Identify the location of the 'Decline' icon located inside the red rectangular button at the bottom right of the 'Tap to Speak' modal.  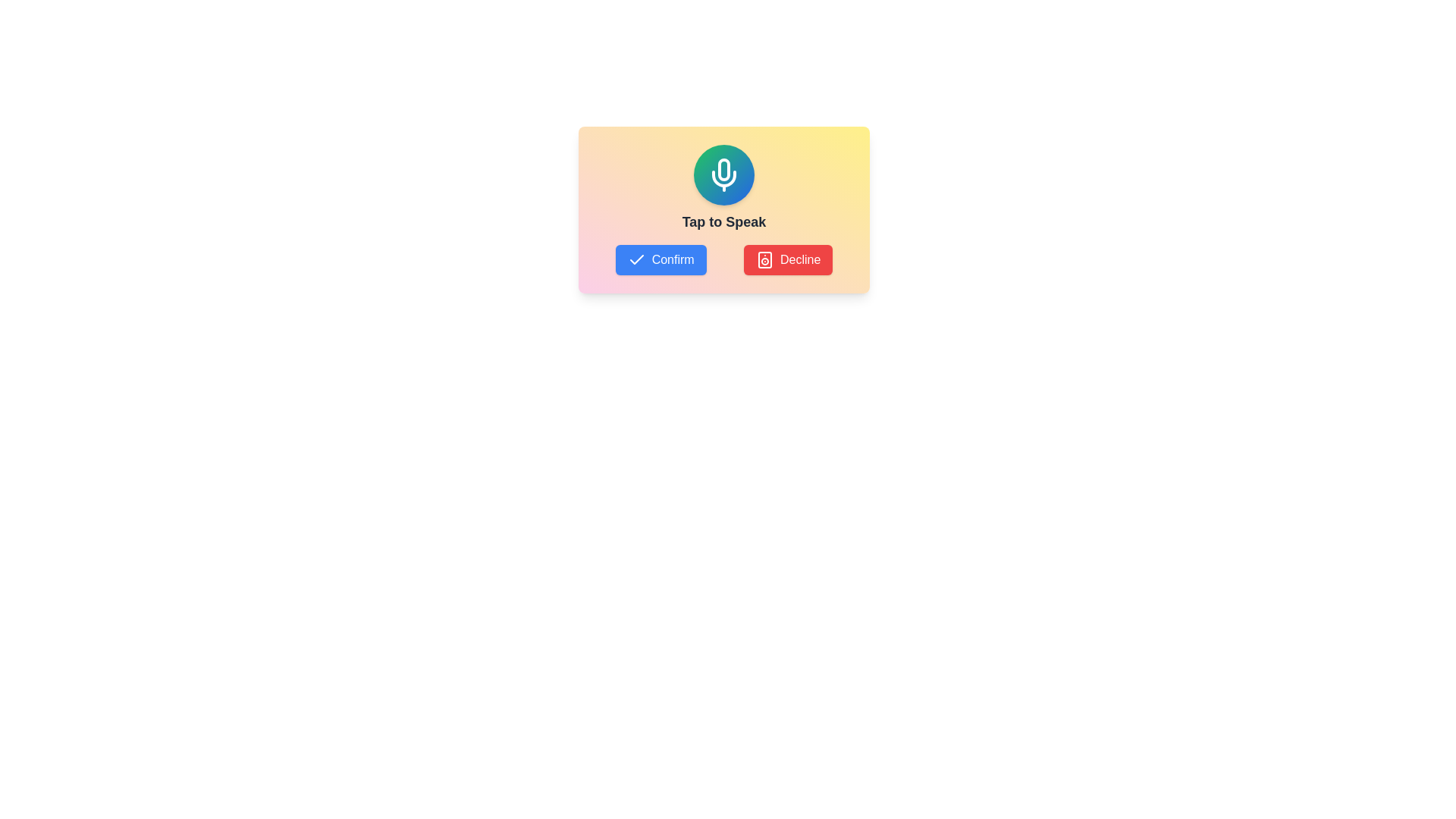
(764, 259).